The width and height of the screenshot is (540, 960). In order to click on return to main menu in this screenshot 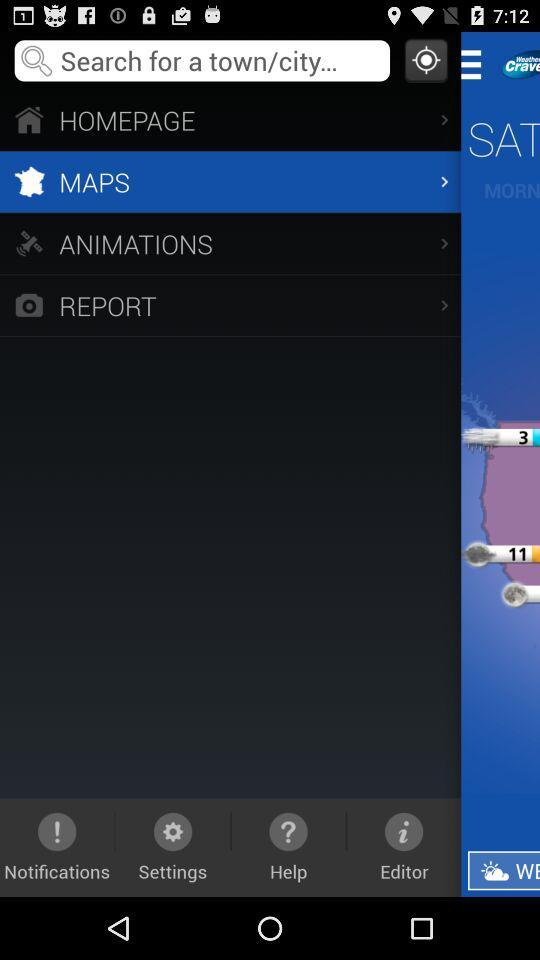, I will do `click(476, 64)`.